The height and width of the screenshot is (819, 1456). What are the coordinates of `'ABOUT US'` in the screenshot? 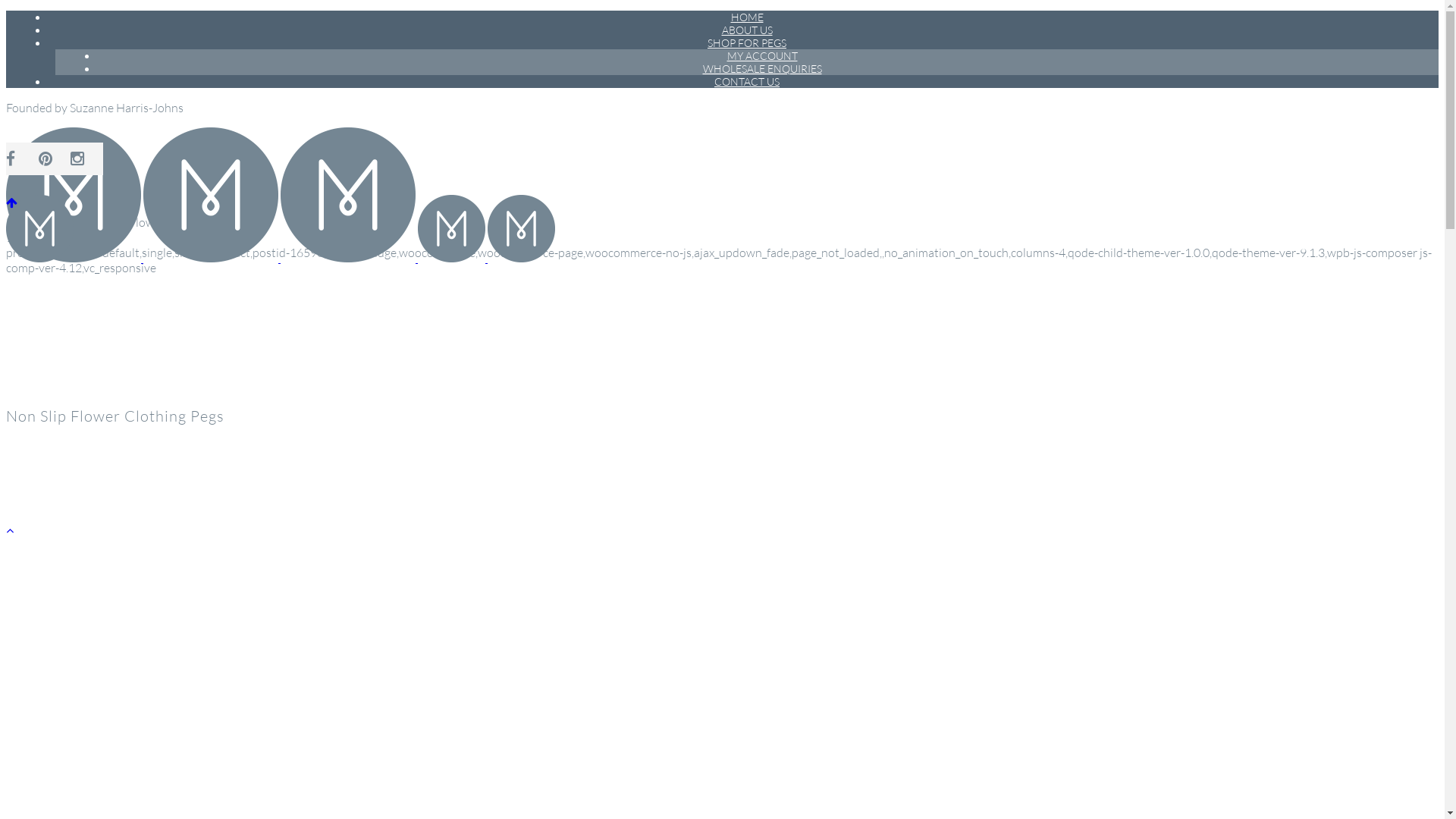 It's located at (709, 30).